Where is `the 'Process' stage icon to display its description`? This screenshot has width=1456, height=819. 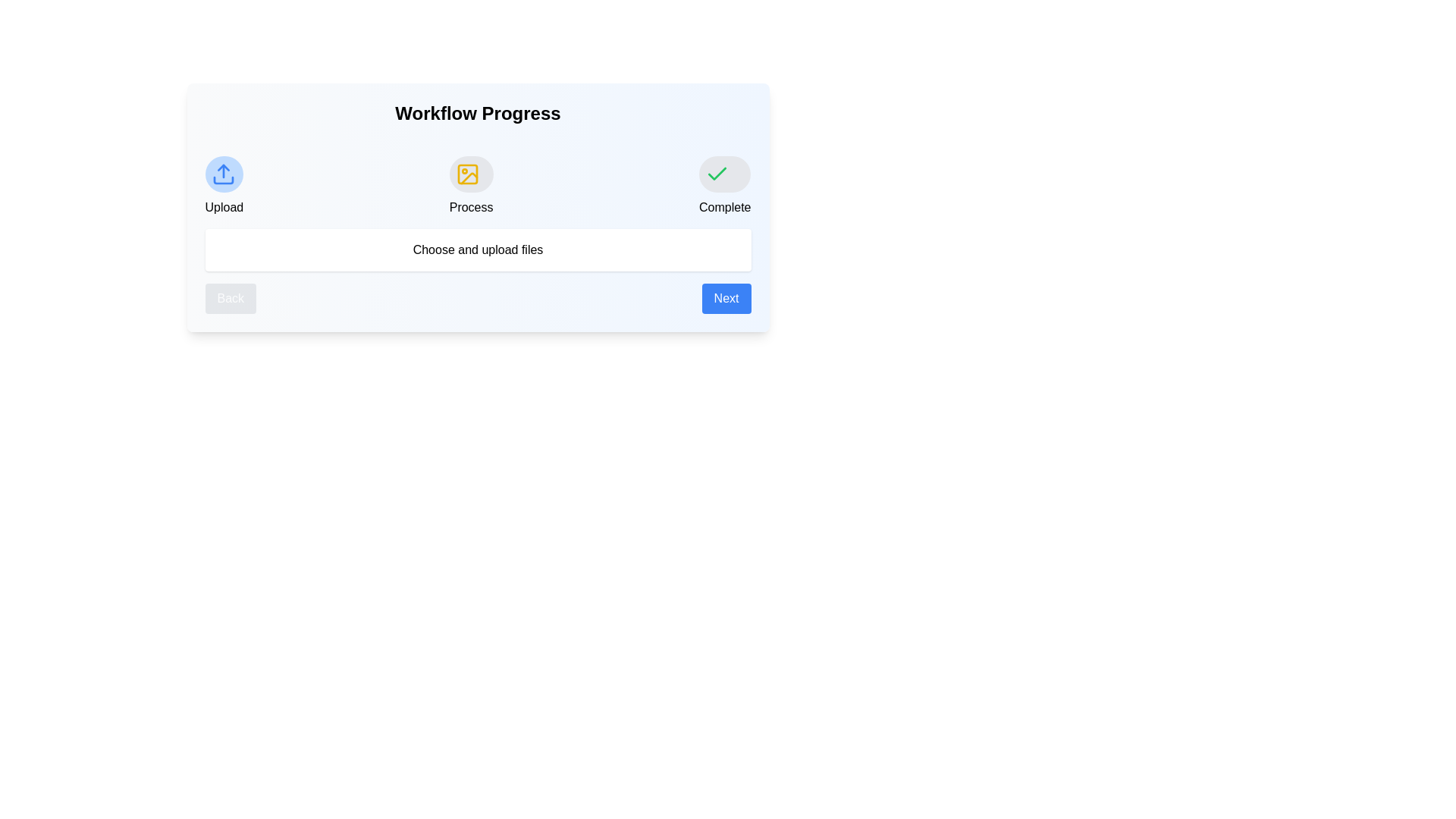
the 'Process' stage icon to display its description is located at coordinates (470, 174).